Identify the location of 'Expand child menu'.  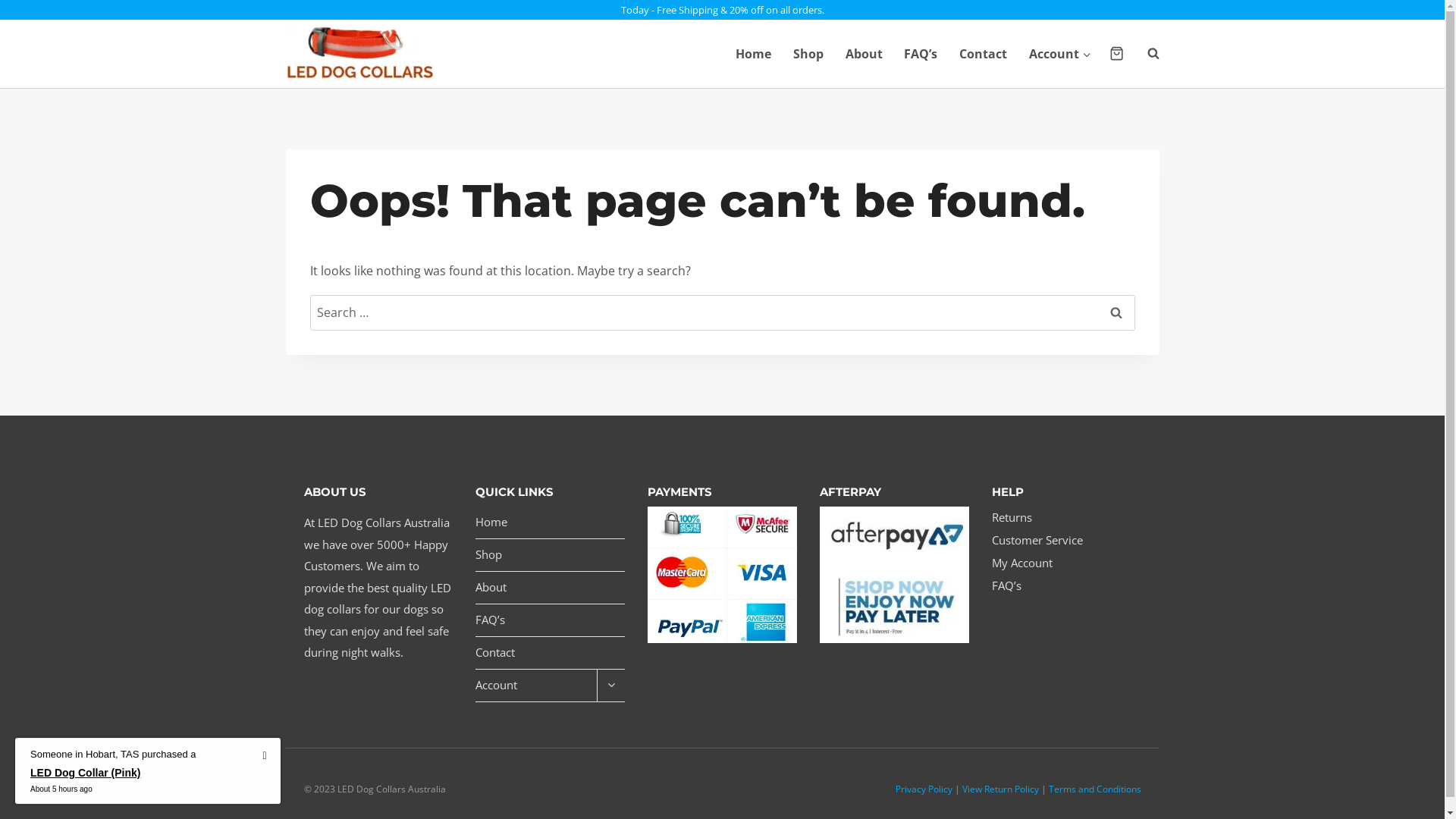
(610, 686).